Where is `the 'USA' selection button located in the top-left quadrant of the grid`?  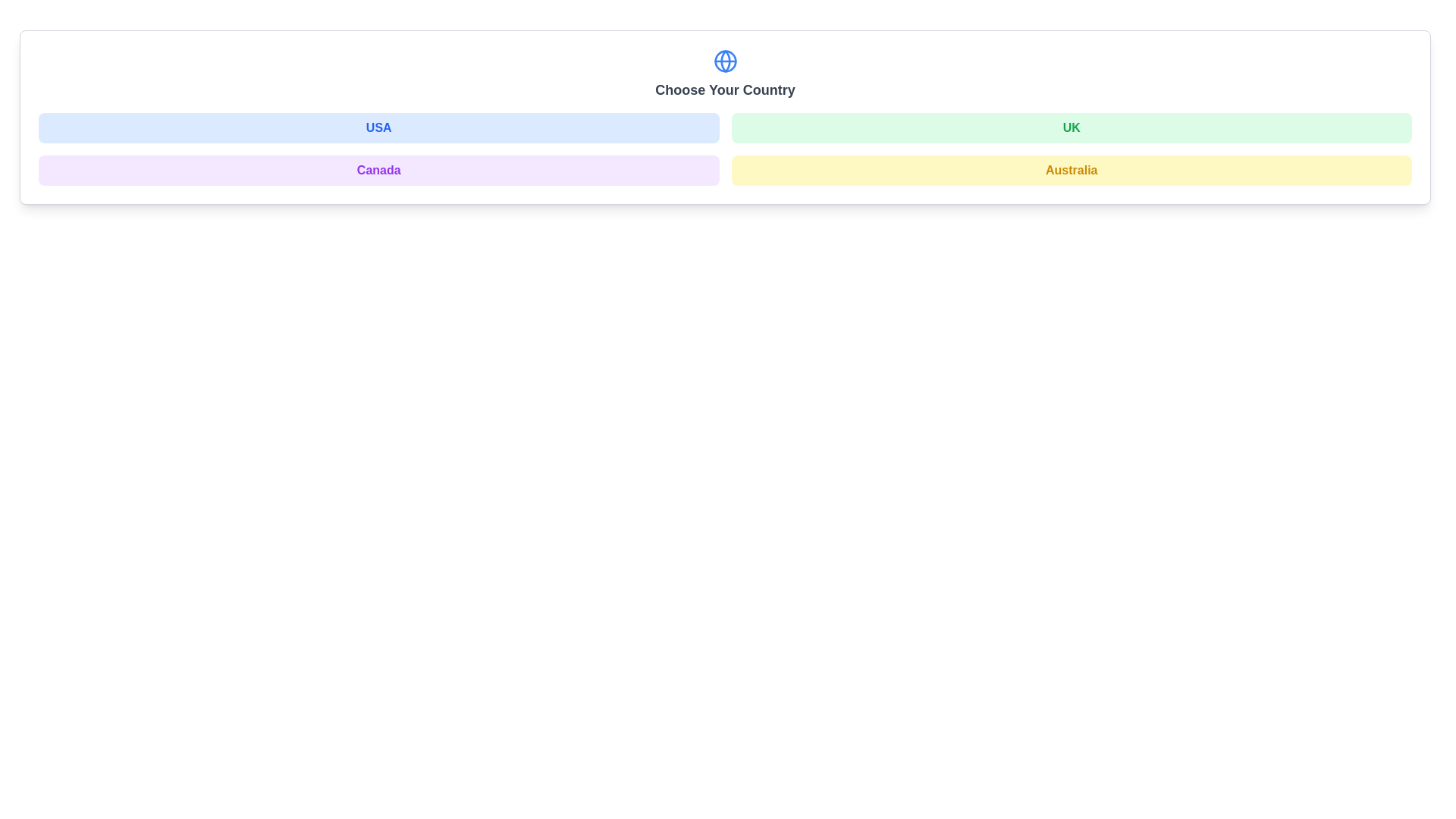
the 'USA' selection button located in the top-left quadrant of the grid is located at coordinates (378, 127).